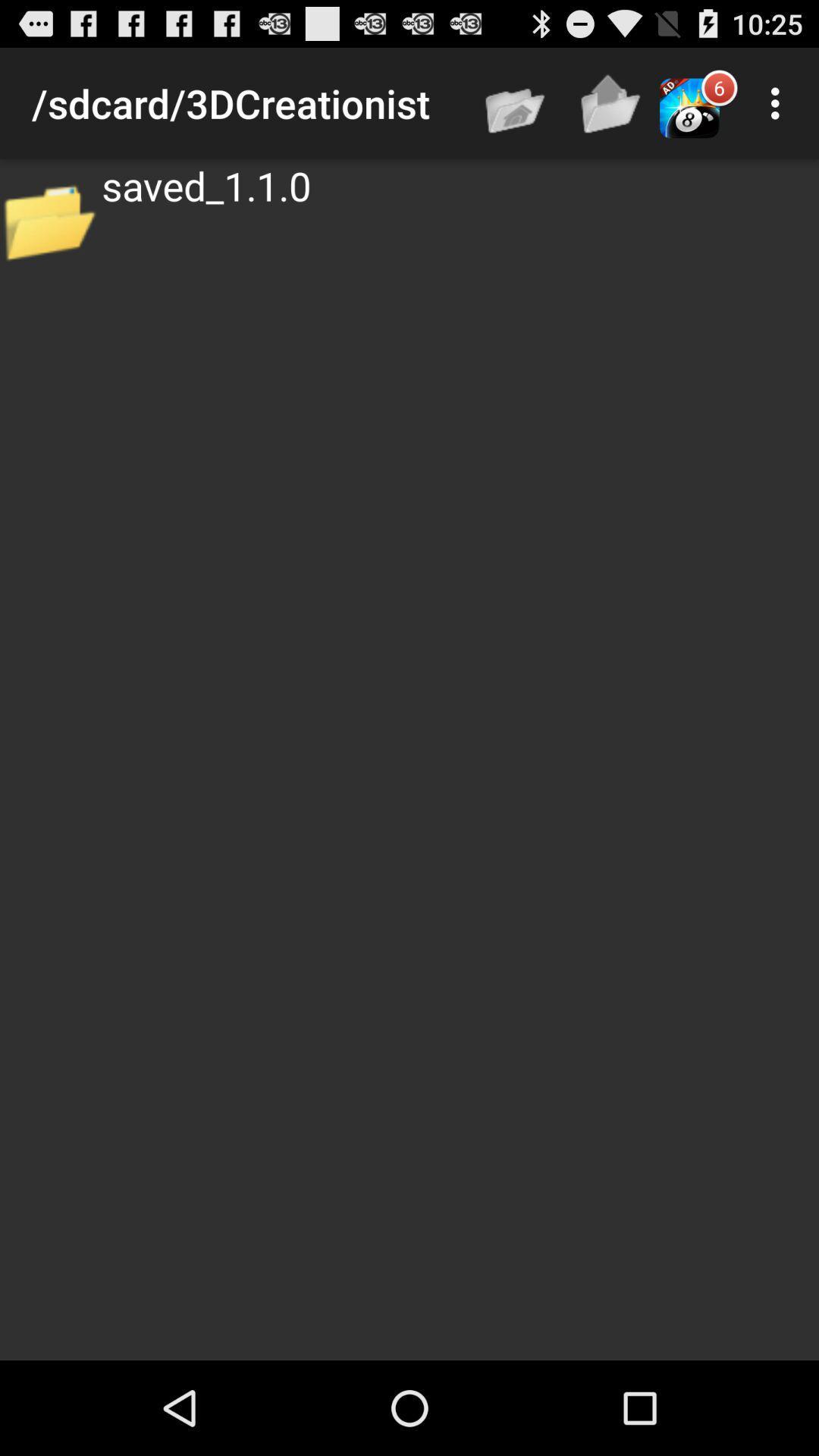  What do you see at coordinates (779, 102) in the screenshot?
I see `icon above the saved_1.1.0 app` at bounding box center [779, 102].